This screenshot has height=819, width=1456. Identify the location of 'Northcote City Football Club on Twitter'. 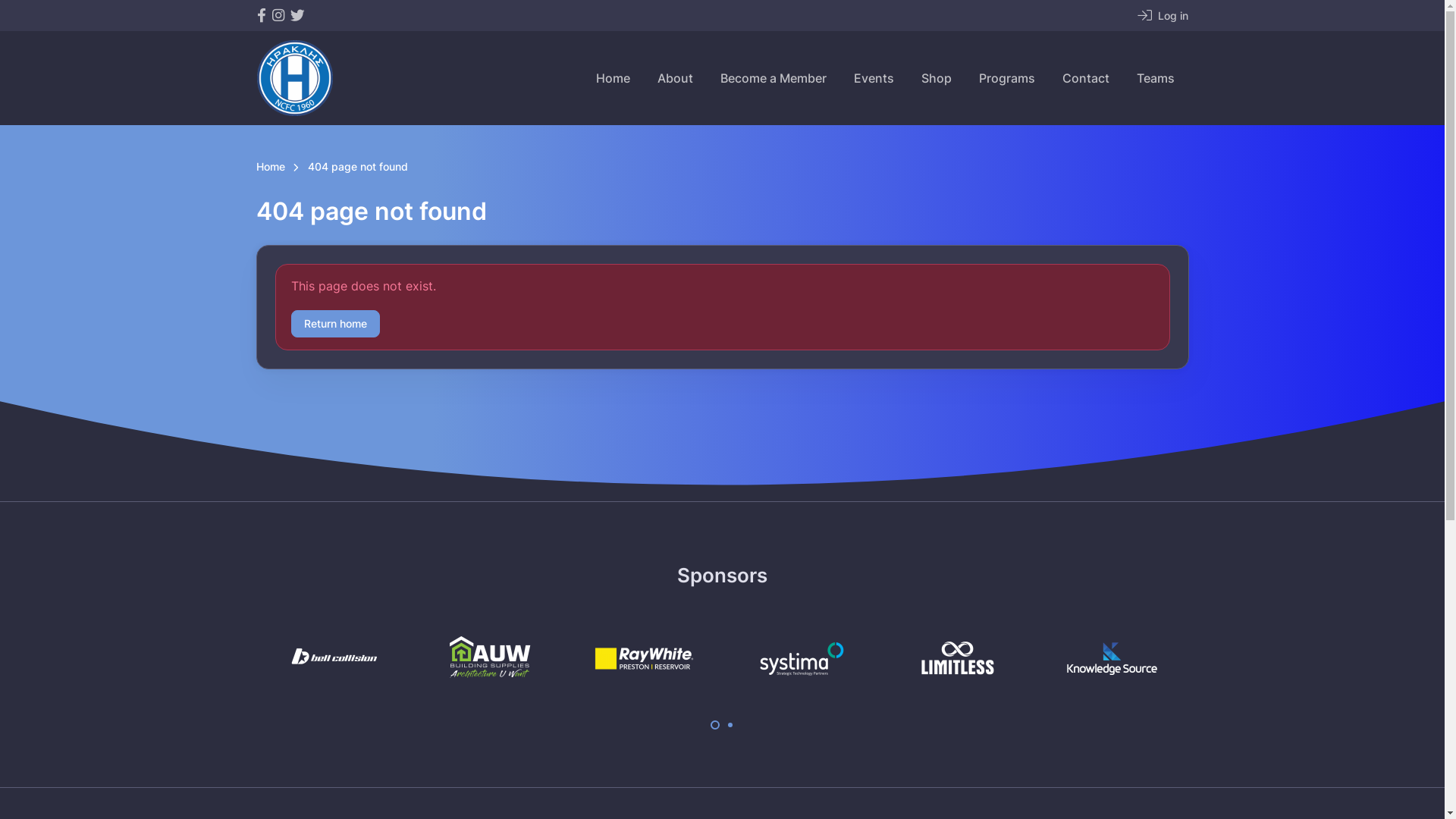
(297, 15).